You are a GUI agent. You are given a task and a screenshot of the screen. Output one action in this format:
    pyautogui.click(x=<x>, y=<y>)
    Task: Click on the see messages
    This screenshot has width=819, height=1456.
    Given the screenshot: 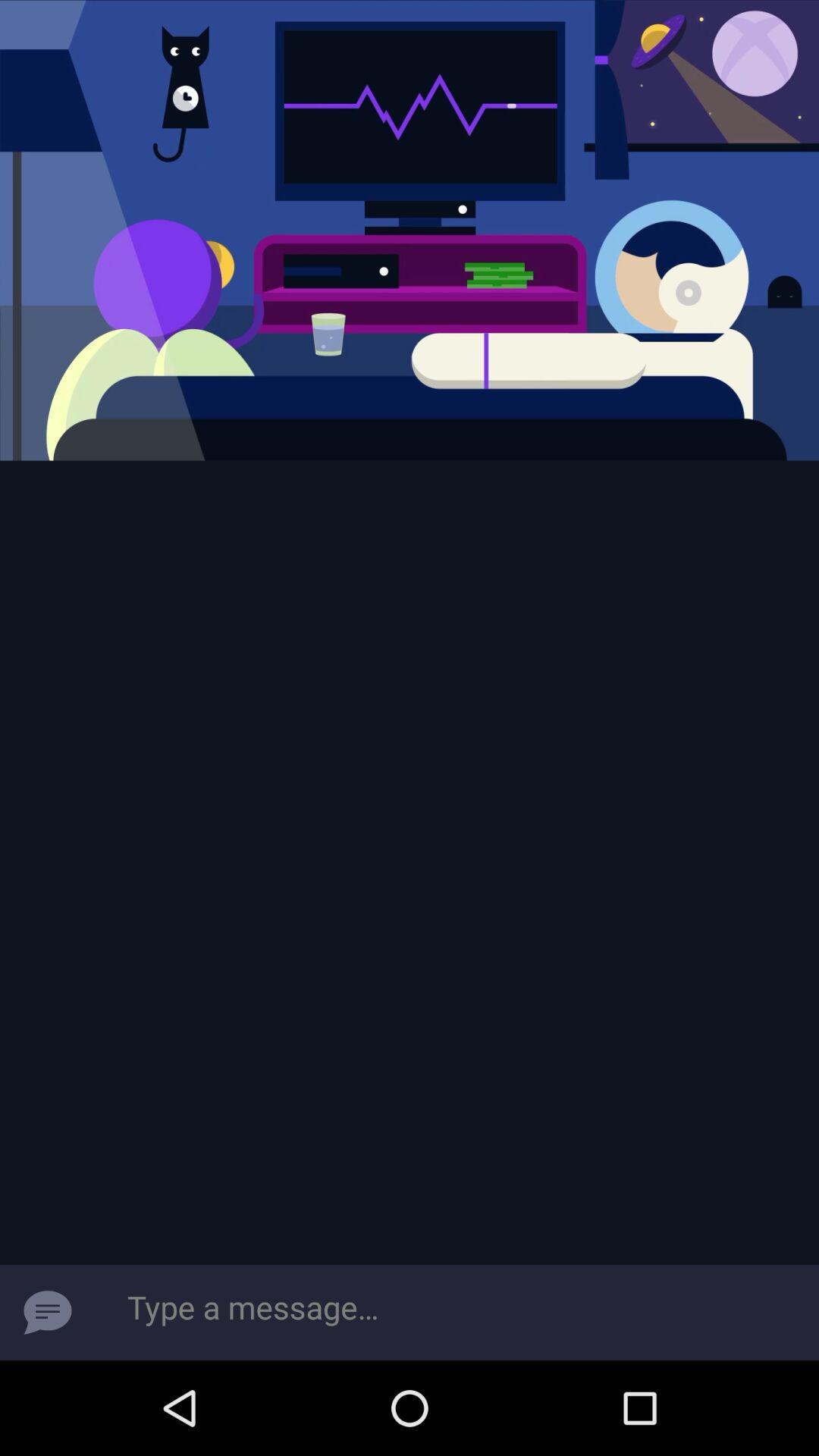 What is the action you would take?
    pyautogui.click(x=46, y=1312)
    